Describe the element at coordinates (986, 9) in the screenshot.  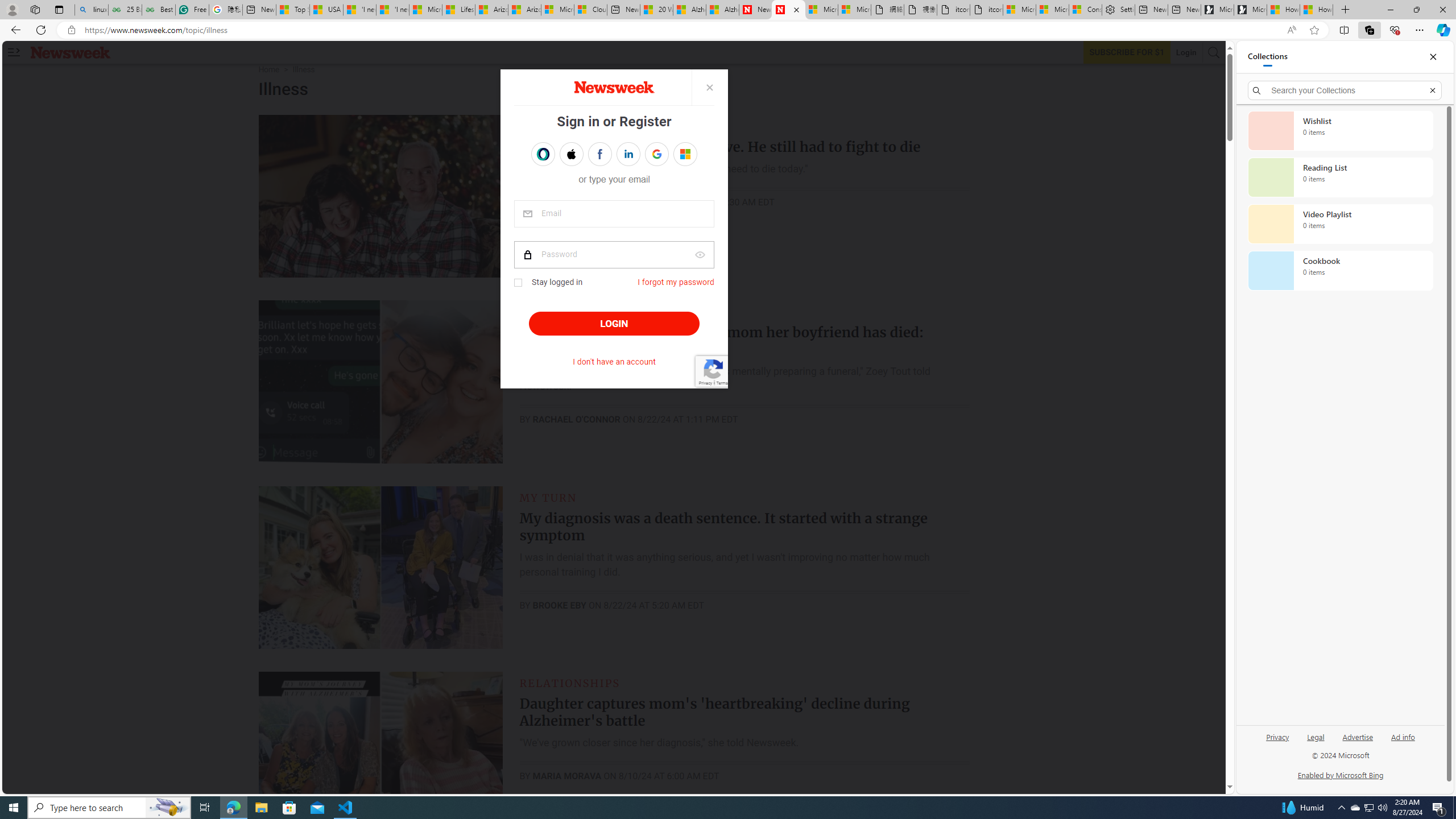
I see `'itconcepthk.com/projector_solutions.mp4'` at that location.